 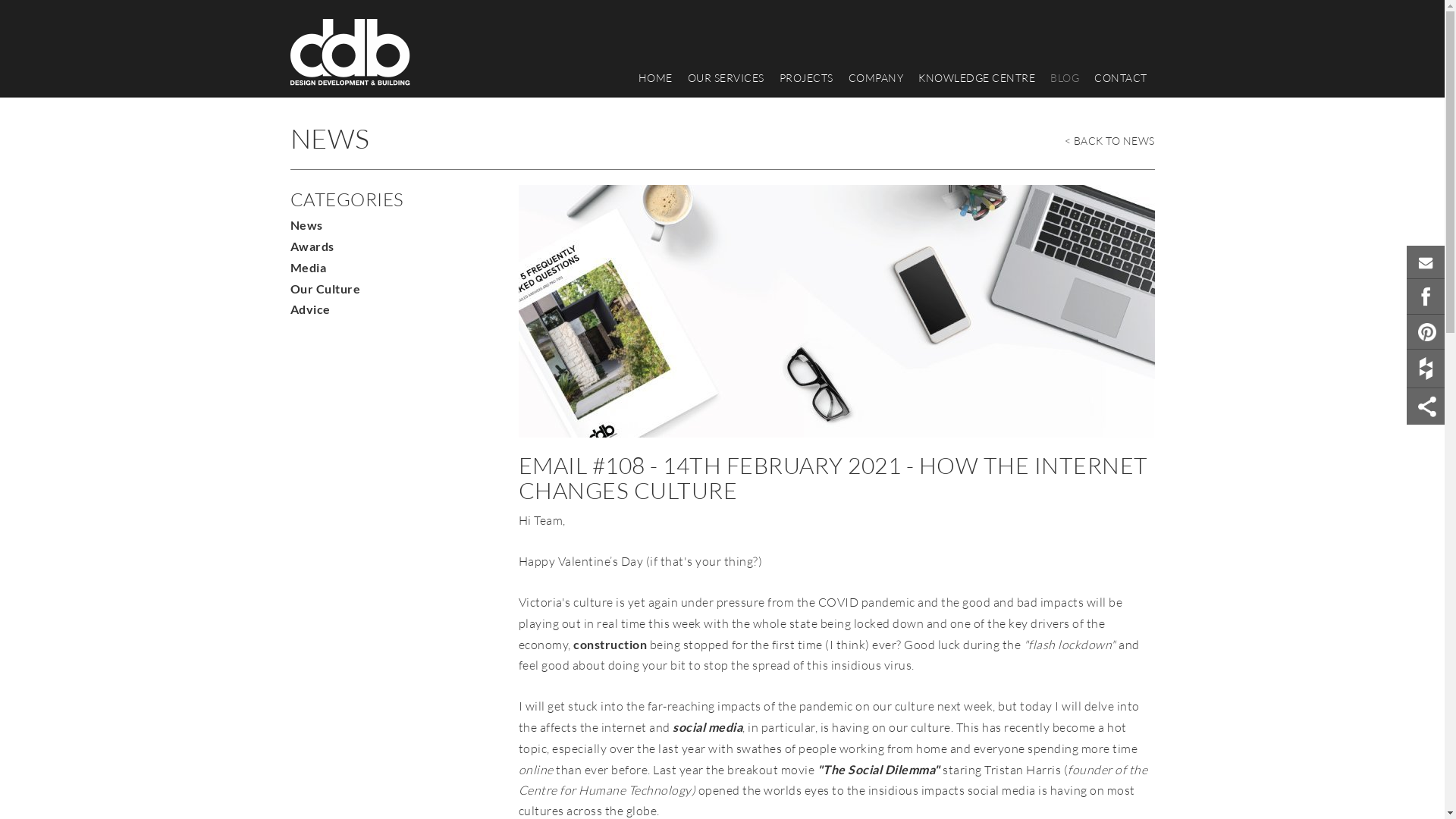 I want to click on 'Media', so click(x=307, y=266).